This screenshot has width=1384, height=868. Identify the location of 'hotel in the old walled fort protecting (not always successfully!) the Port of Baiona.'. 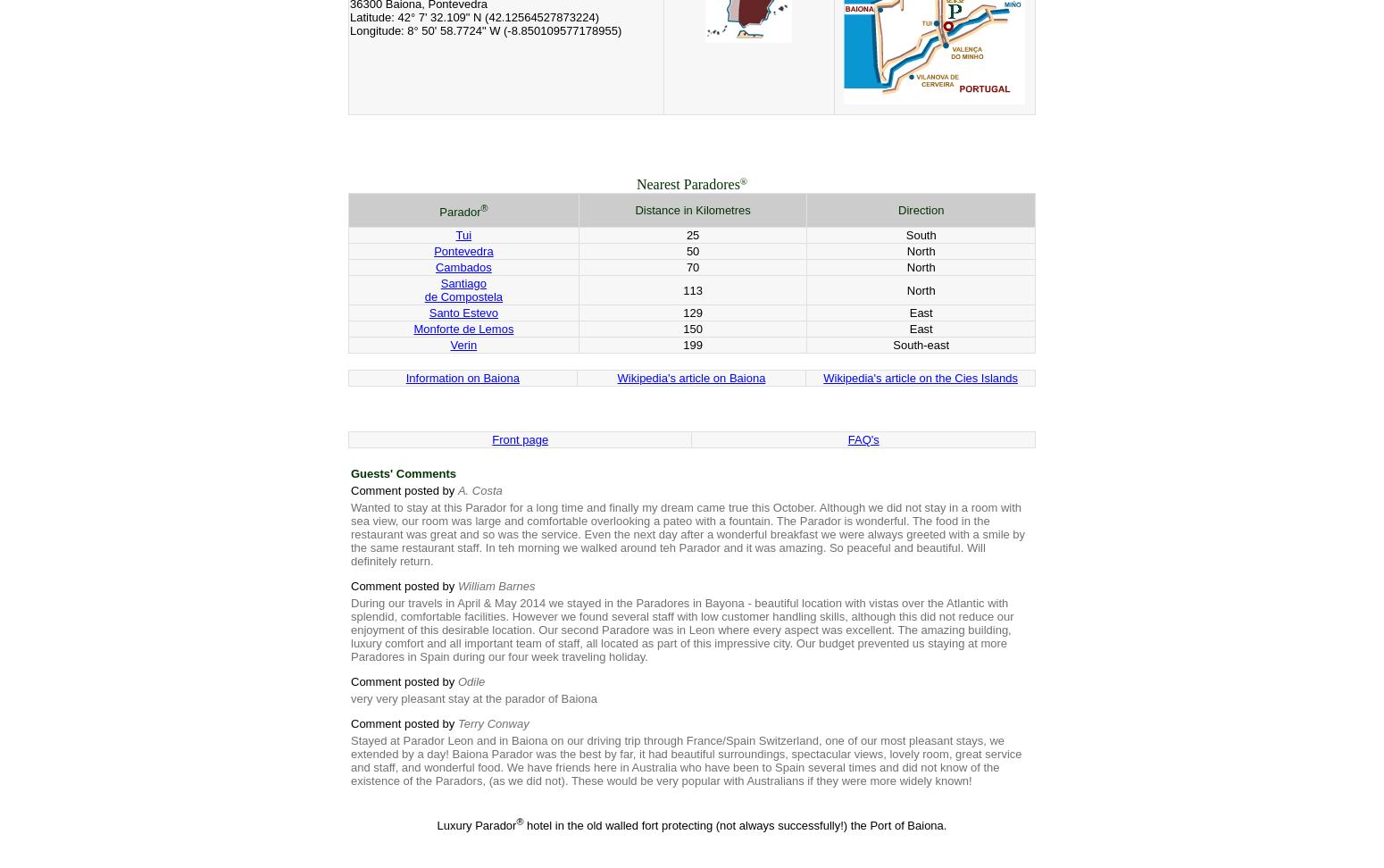
(734, 824).